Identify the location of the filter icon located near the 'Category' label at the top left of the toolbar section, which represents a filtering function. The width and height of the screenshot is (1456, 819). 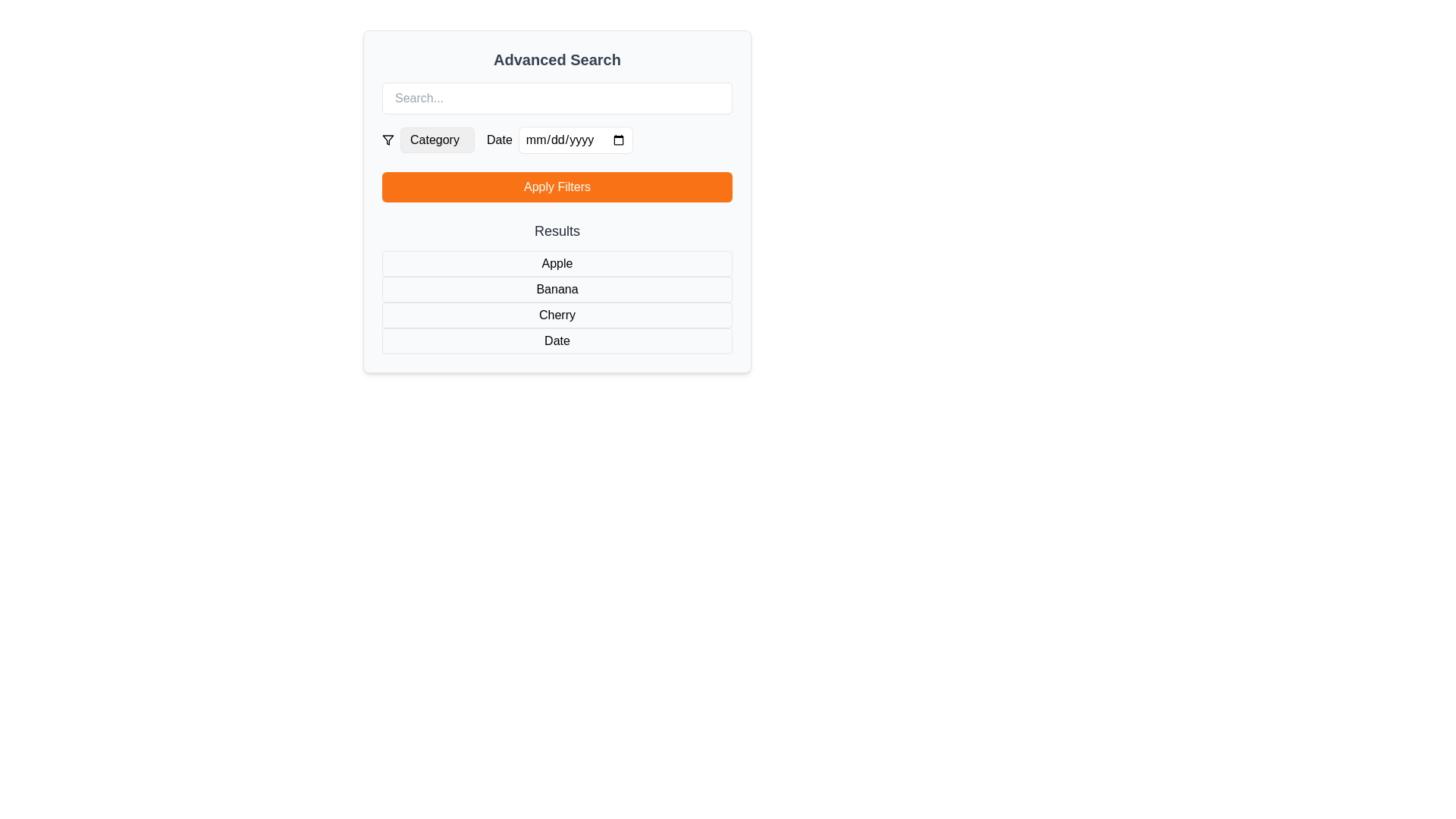
(388, 140).